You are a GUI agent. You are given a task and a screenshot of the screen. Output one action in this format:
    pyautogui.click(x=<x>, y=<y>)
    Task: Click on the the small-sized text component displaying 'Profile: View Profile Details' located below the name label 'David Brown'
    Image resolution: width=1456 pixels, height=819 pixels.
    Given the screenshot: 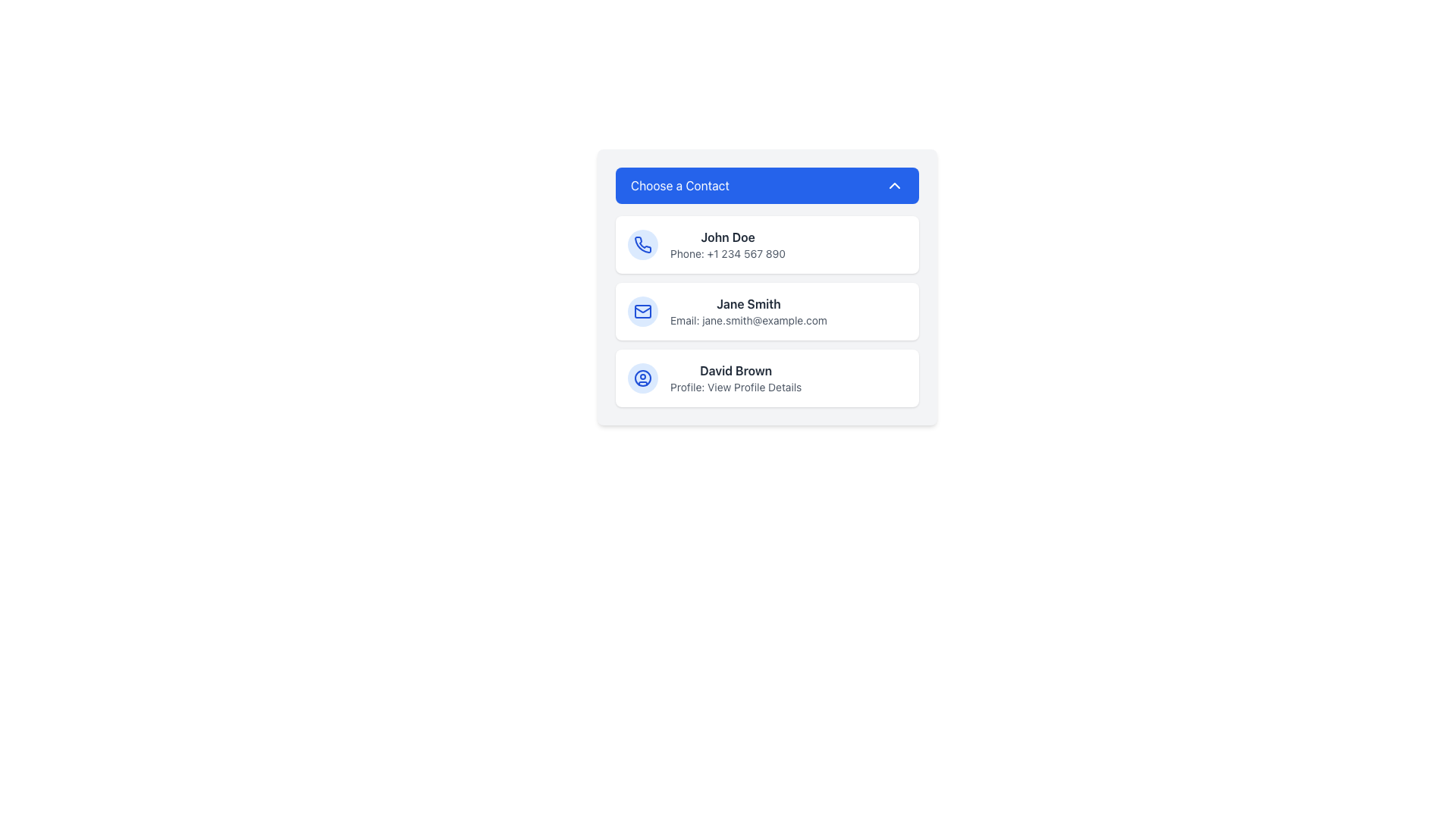 What is the action you would take?
    pyautogui.click(x=736, y=386)
    